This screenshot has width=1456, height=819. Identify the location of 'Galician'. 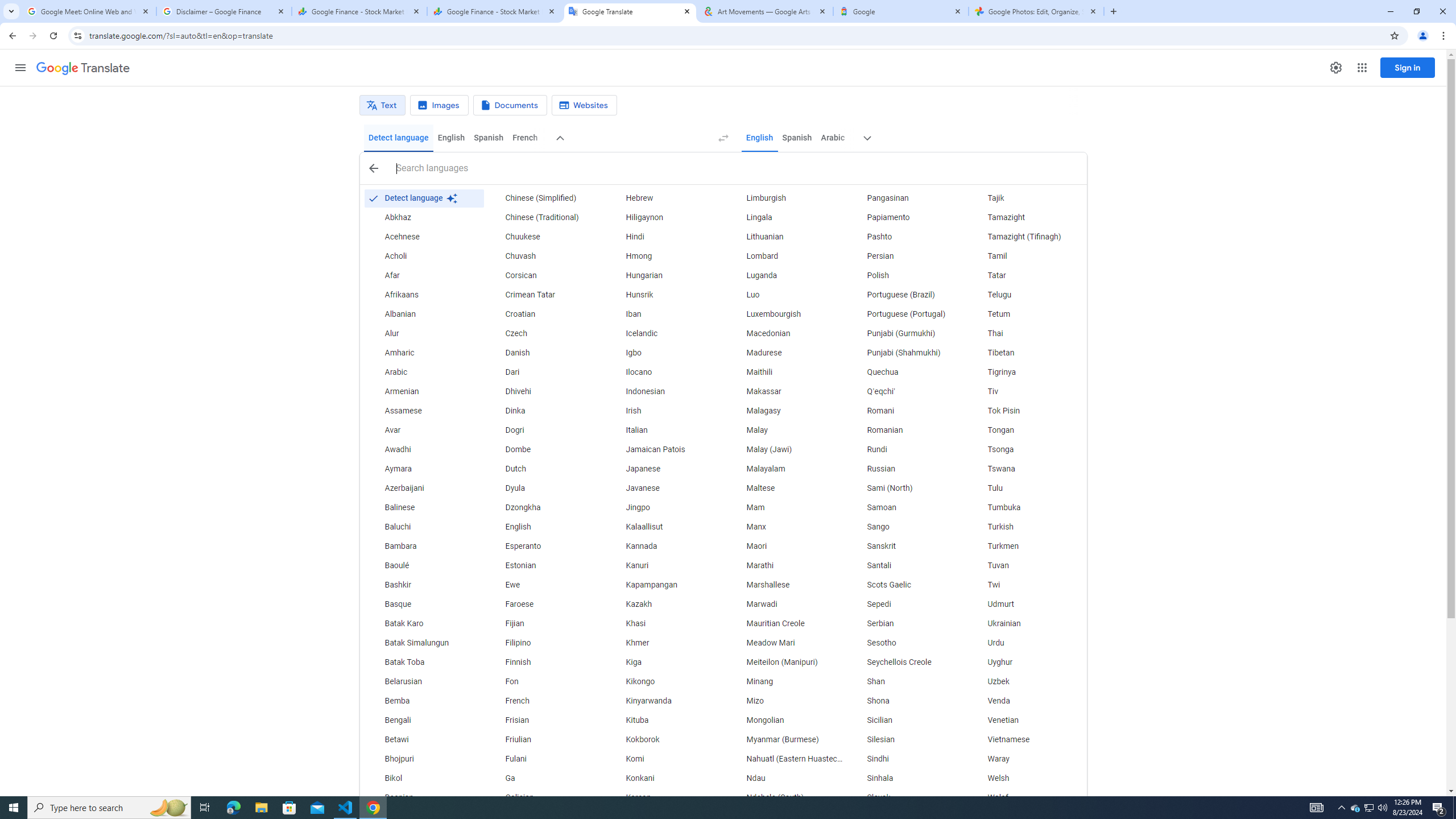
(544, 797).